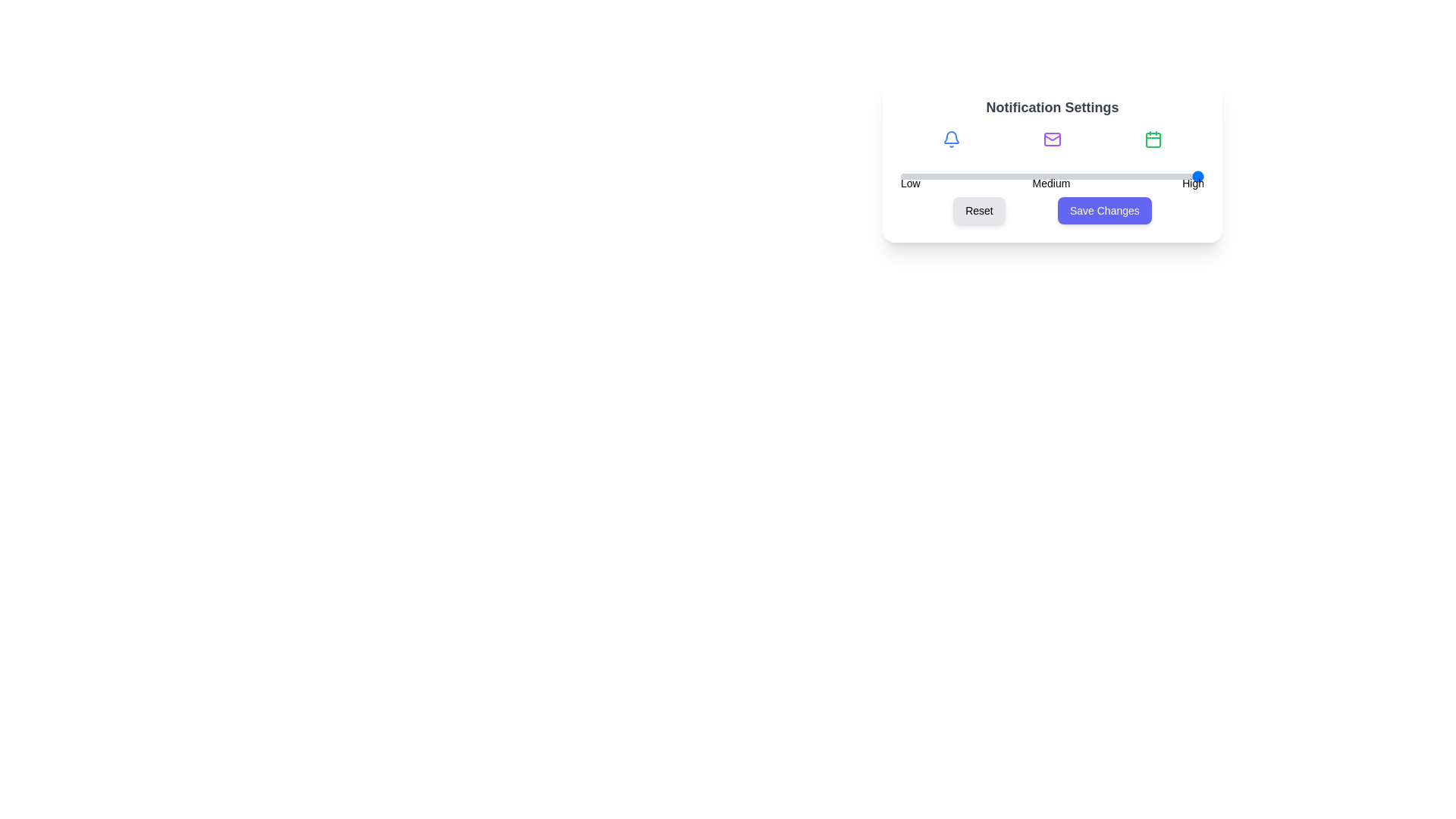  I want to click on the Bell icon to view its details, so click(950, 140).